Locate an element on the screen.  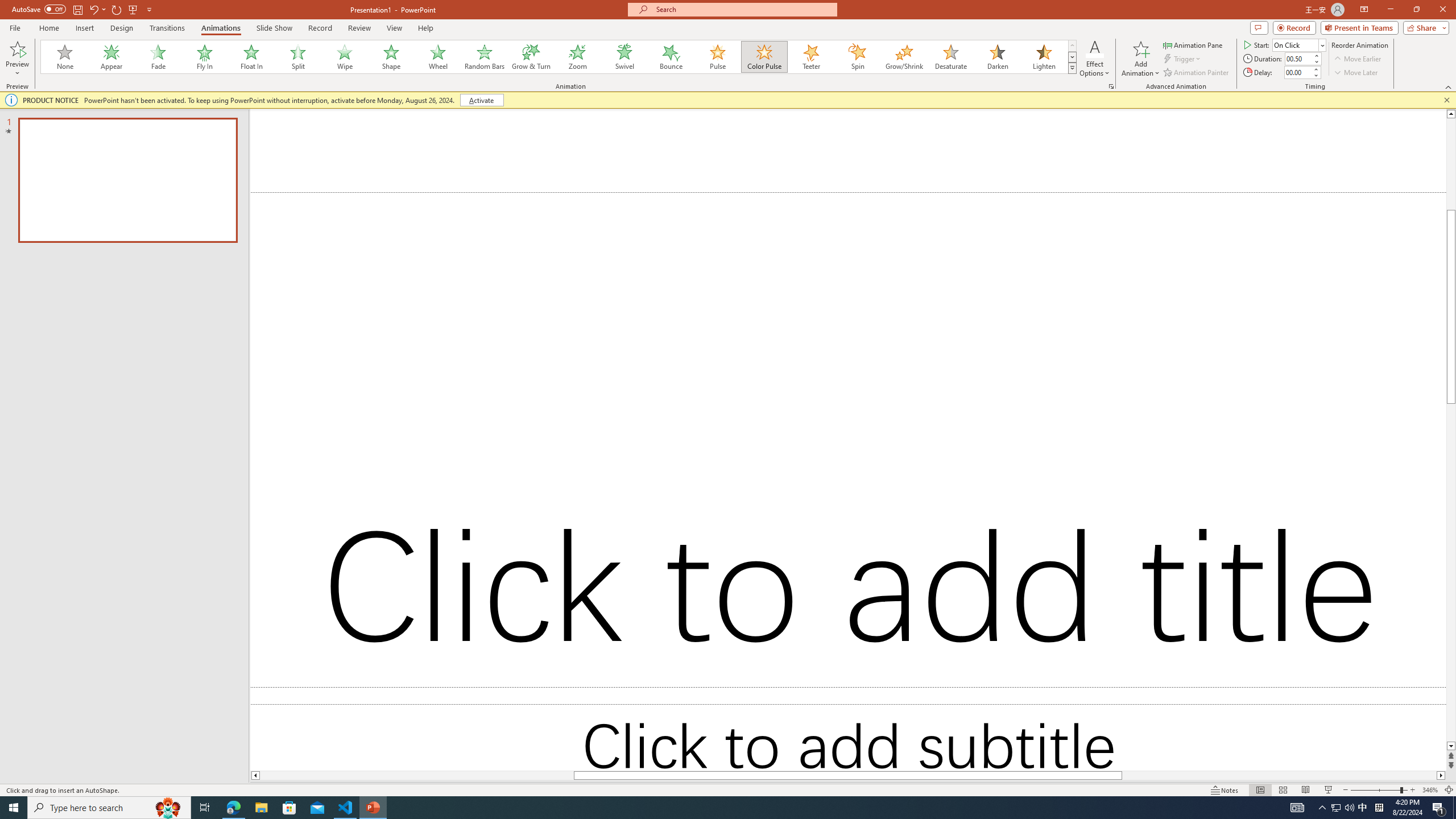
'AutomationID: AnimationGallery' is located at coordinates (559, 56).